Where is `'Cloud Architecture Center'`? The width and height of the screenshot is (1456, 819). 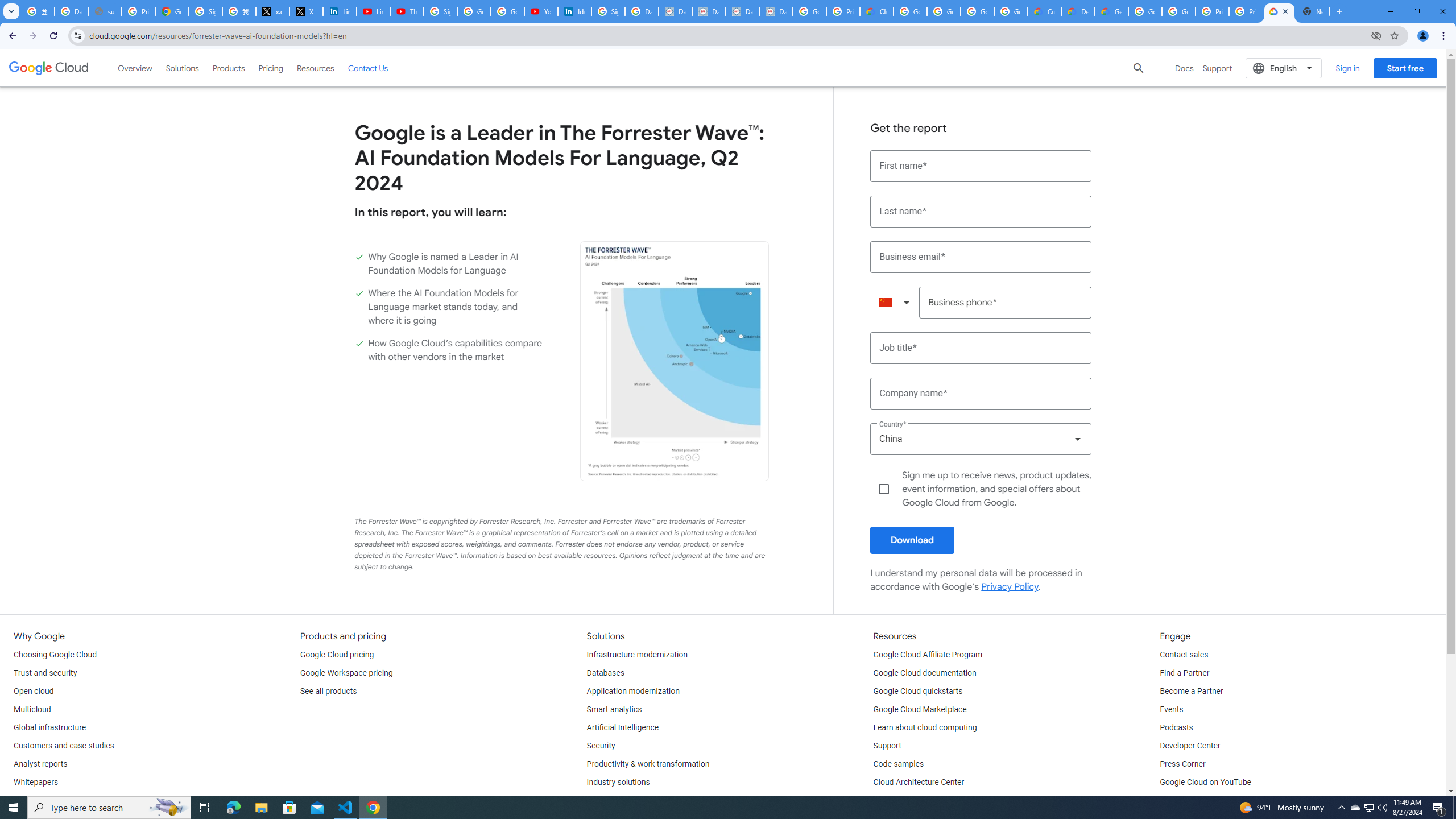
'Cloud Architecture Center' is located at coordinates (918, 781).